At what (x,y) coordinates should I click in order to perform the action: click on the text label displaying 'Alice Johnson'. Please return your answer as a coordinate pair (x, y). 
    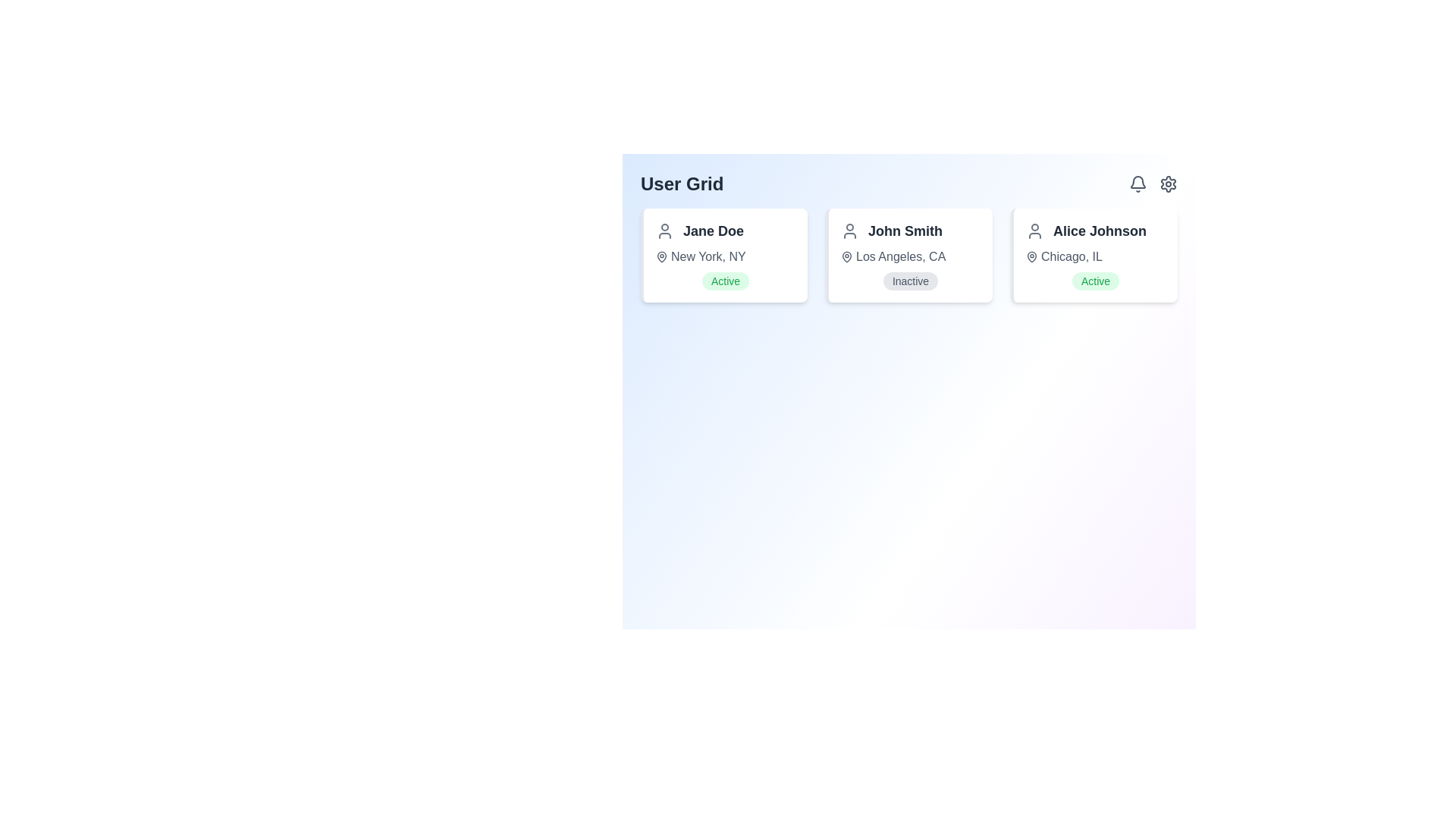
    Looking at the image, I should click on (1095, 231).